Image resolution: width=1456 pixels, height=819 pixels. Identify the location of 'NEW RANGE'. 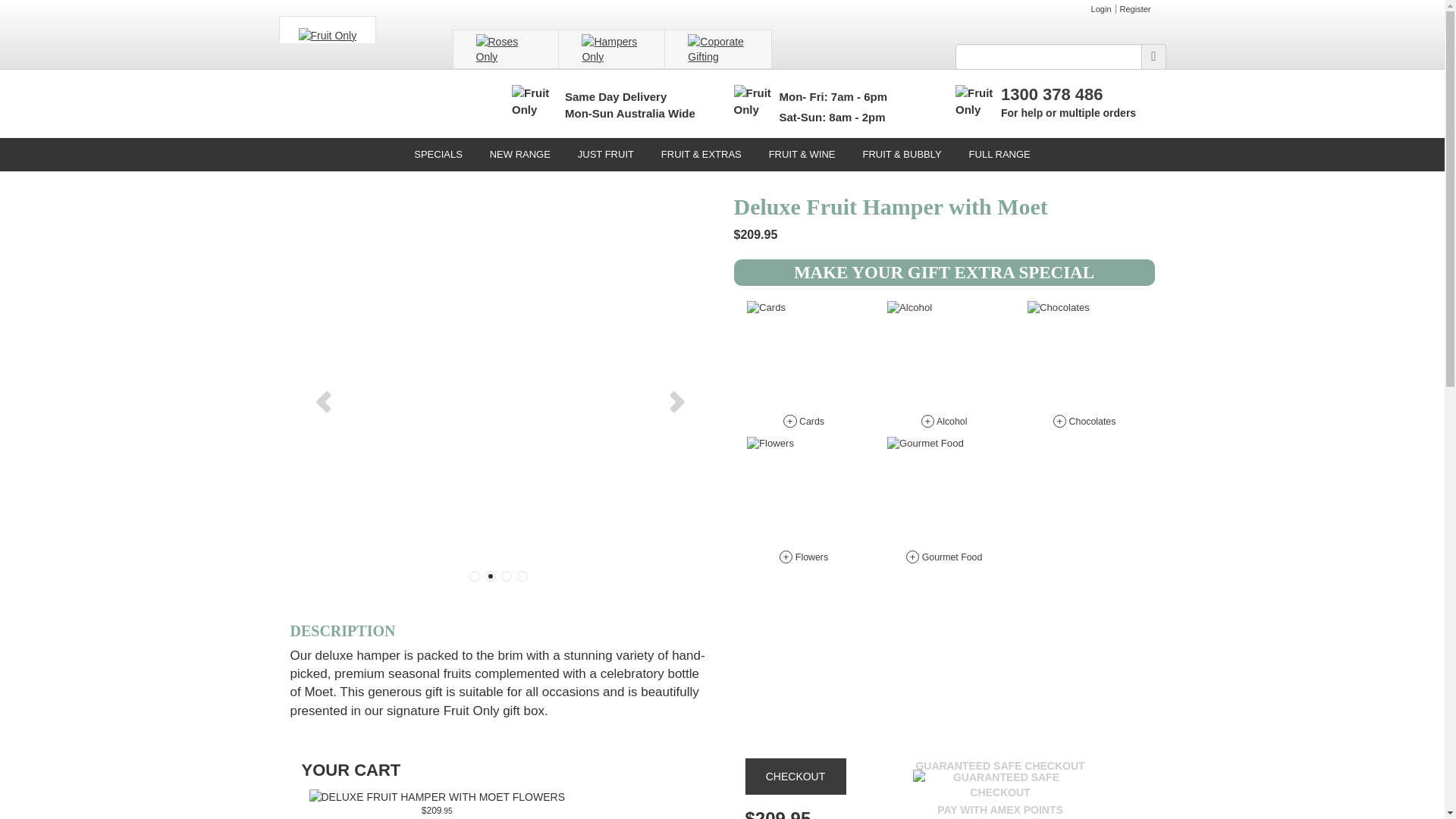
(476, 155).